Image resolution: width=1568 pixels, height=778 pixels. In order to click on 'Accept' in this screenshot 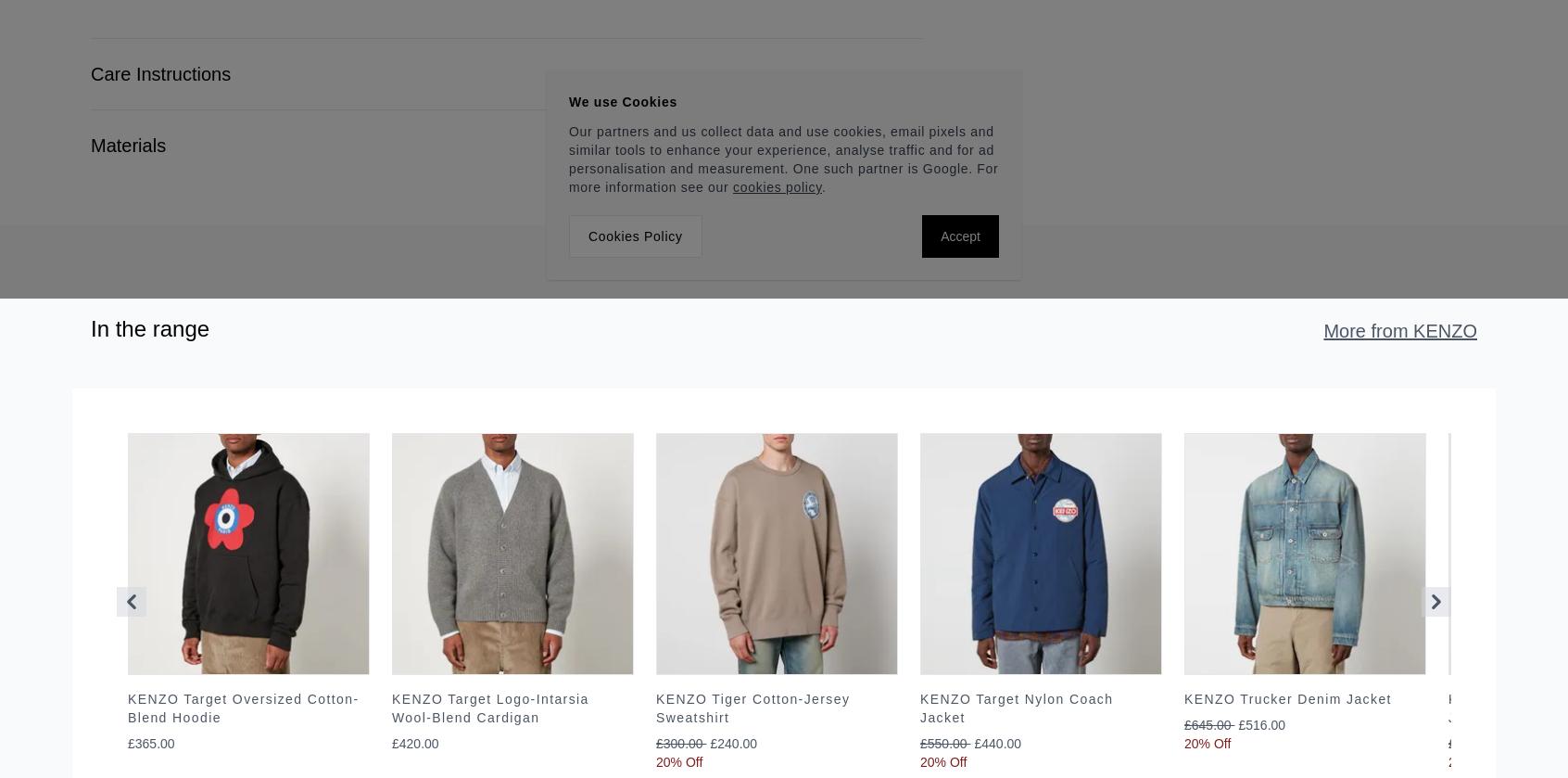, I will do `click(940, 236)`.